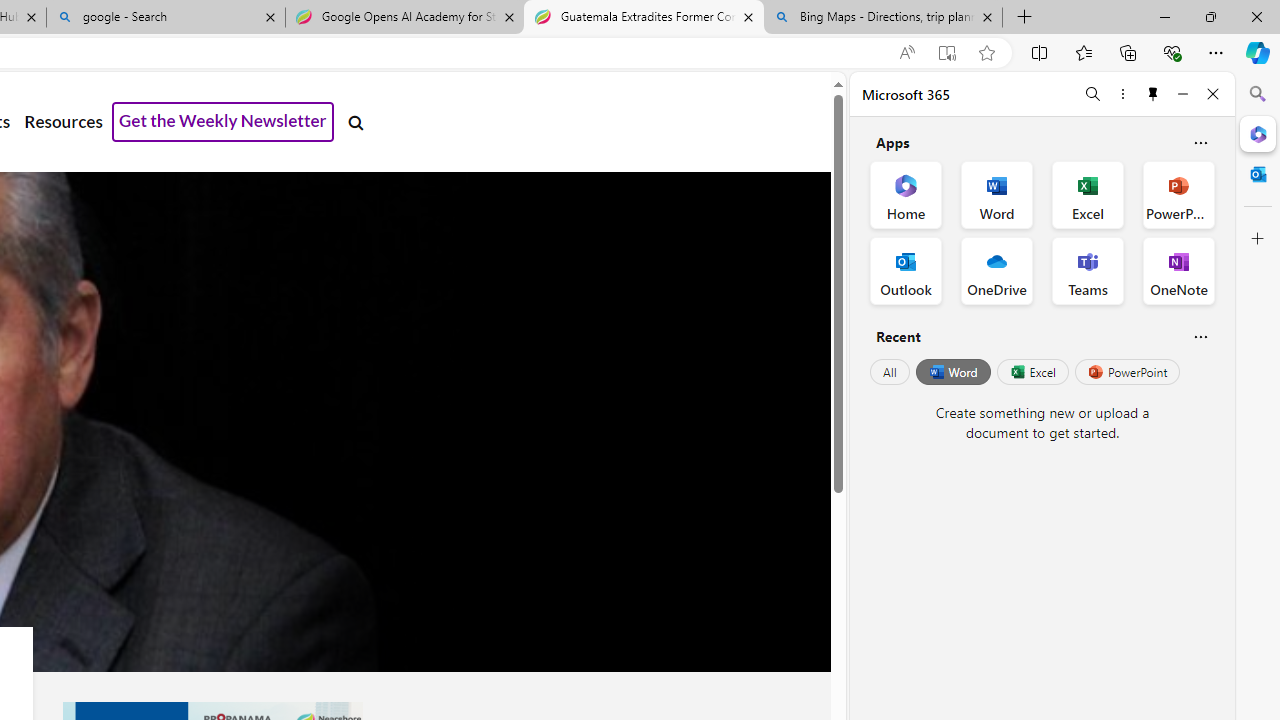  What do you see at coordinates (166, 17) in the screenshot?
I see `'google - Search'` at bounding box center [166, 17].